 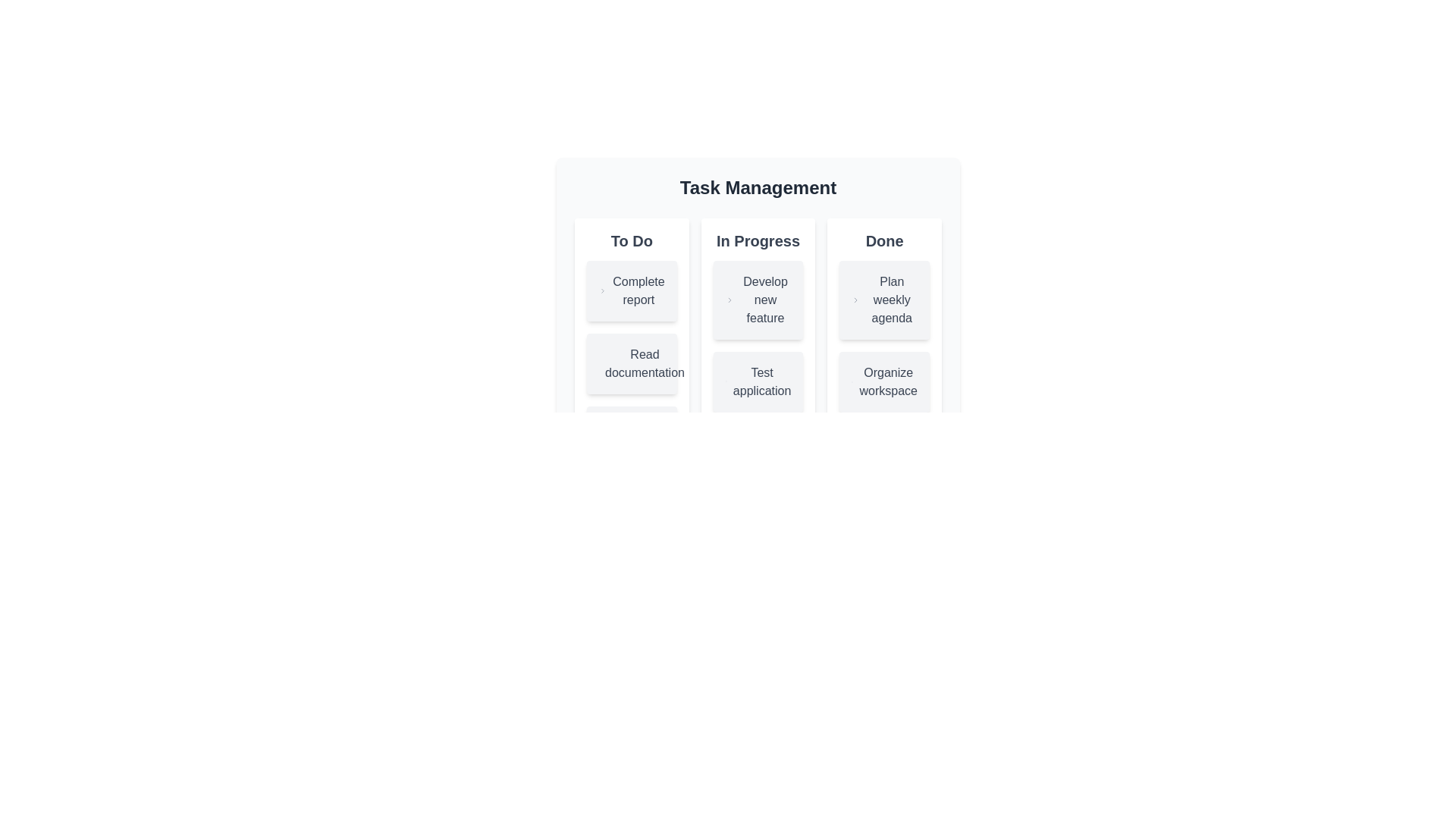 I want to click on the 'Develop new feature' task card located in the center column under 'In Progress', so click(x=758, y=275).